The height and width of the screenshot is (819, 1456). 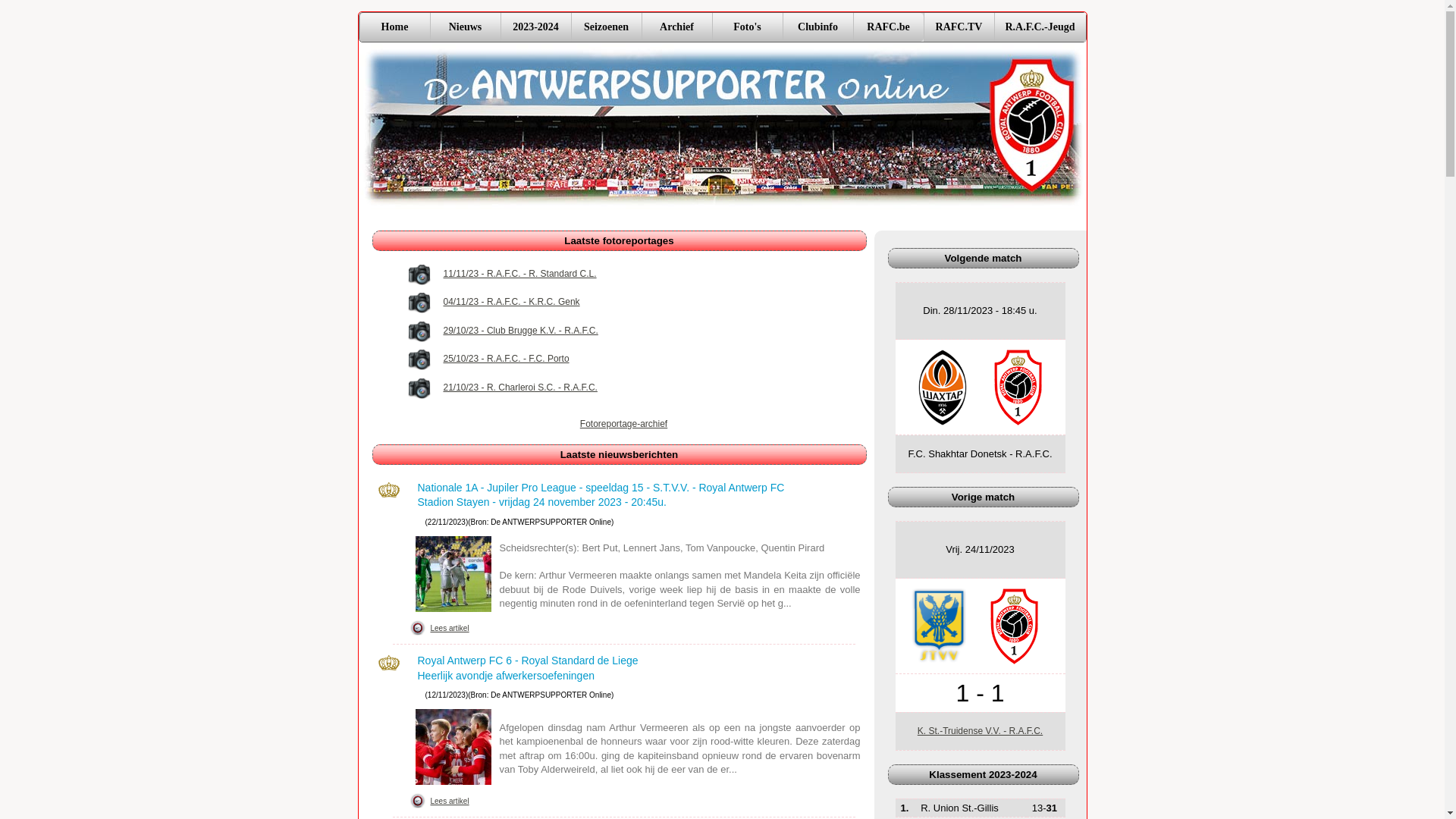 What do you see at coordinates (512, 302) in the screenshot?
I see `'04/11/23 - R.A.F.C. - K.R.C. Genk'` at bounding box center [512, 302].